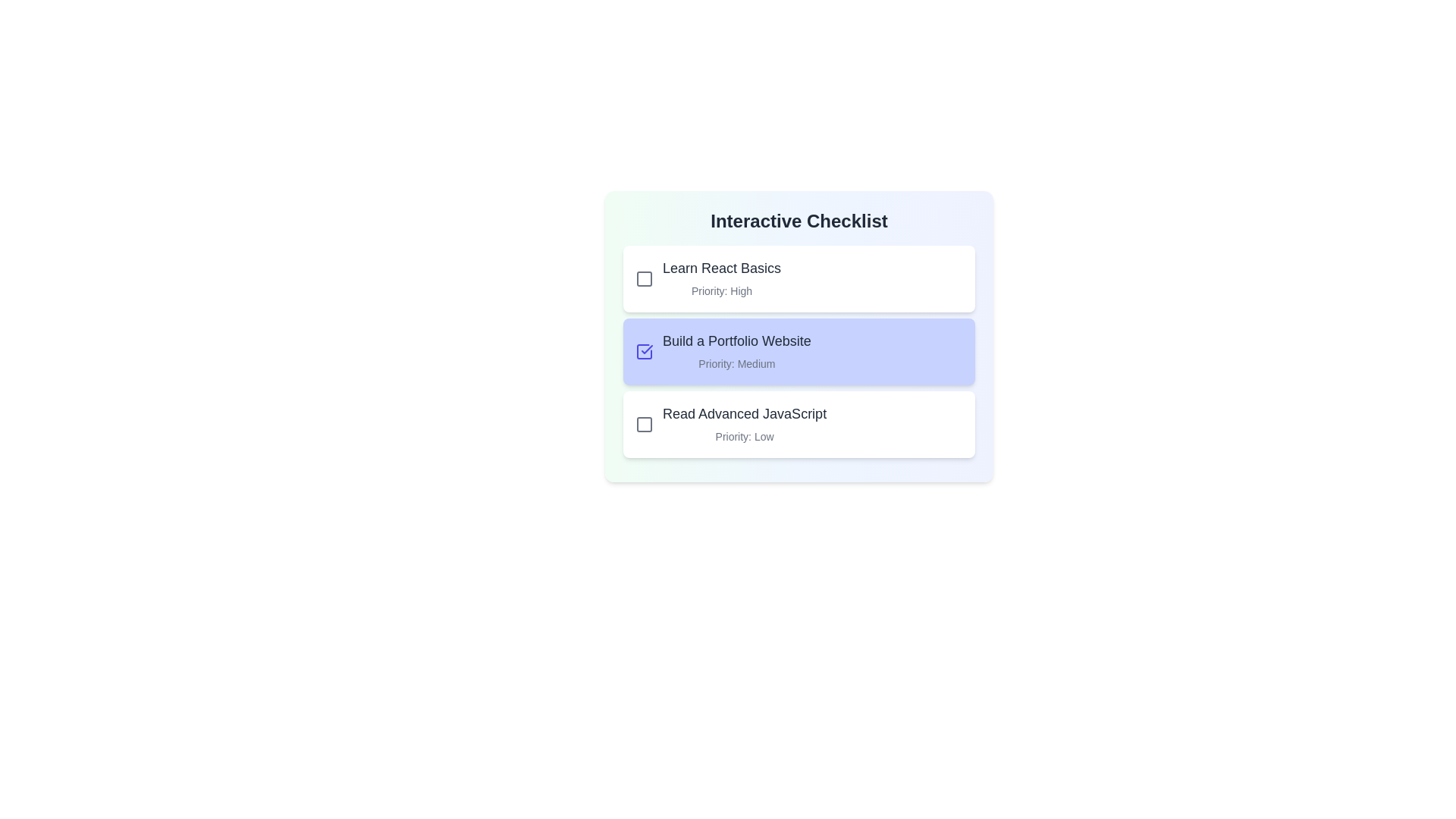 The image size is (1456, 819). What do you see at coordinates (799, 278) in the screenshot?
I see `the checklist item Learn React Basics to observe its hover effect` at bounding box center [799, 278].